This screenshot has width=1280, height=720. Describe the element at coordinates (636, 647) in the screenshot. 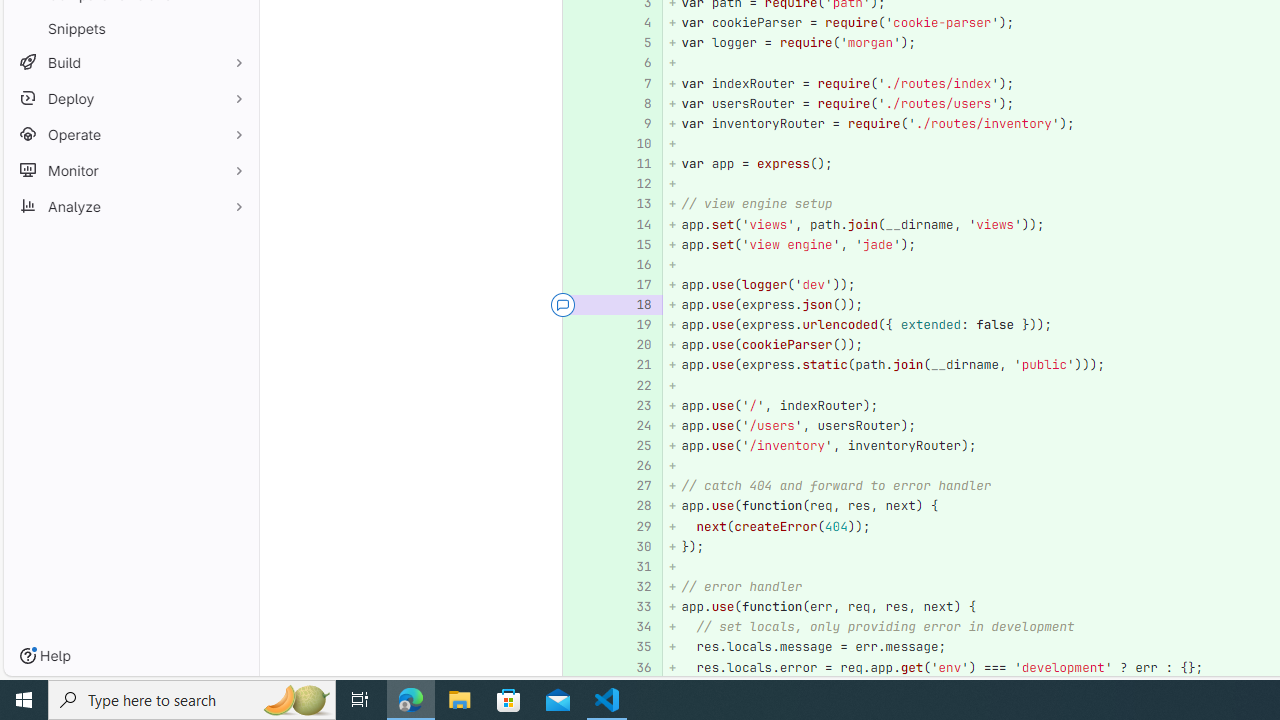

I see `'35'` at that location.